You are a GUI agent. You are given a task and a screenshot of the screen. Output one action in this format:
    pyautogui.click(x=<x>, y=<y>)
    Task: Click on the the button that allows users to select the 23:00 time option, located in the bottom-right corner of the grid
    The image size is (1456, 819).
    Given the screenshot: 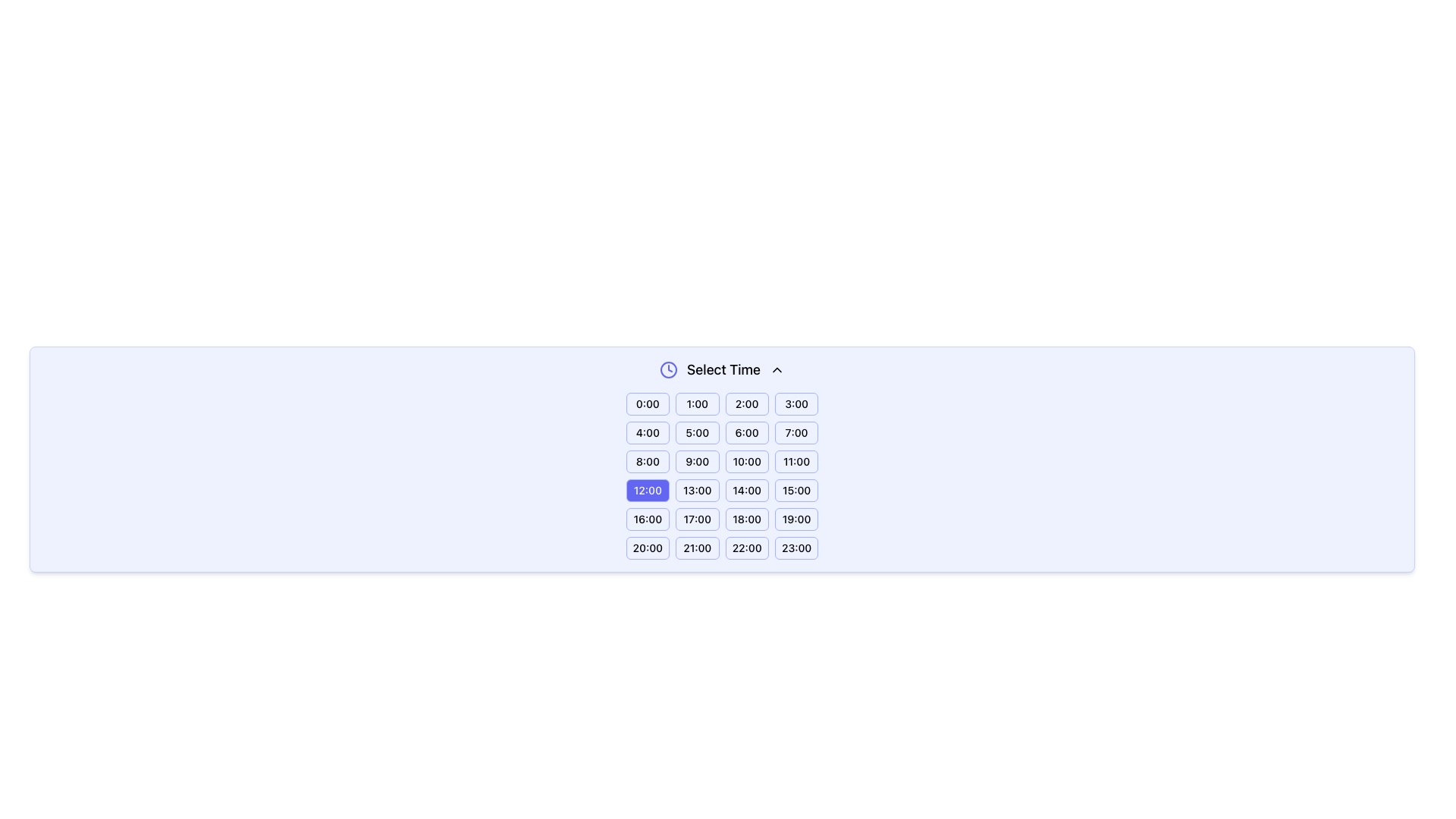 What is the action you would take?
    pyautogui.click(x=795, y=548)
    